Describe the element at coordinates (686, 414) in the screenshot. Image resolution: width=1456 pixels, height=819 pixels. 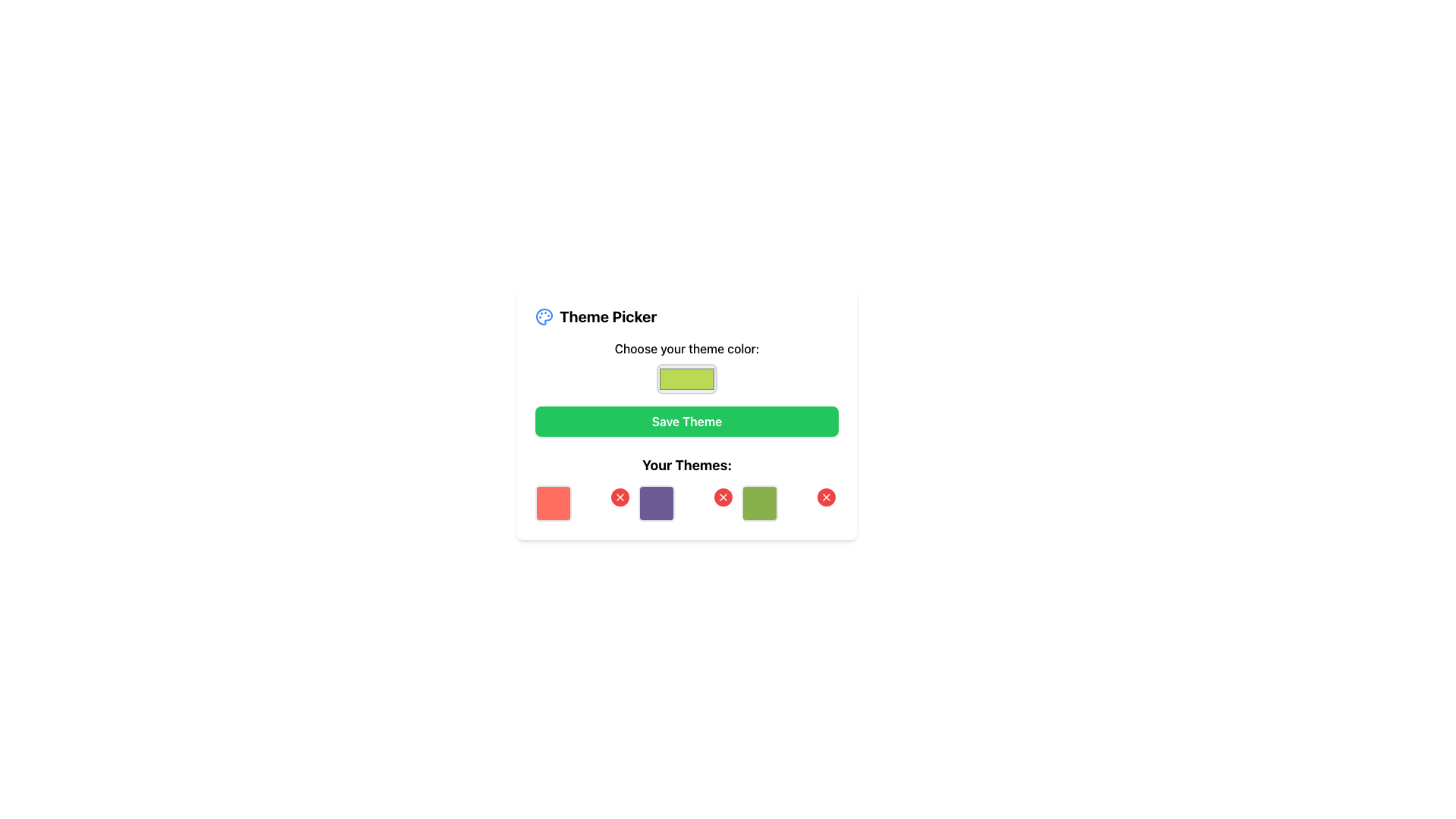
I see `the color picker within the 'Theme Picker' card UI component to choose a color` at that location.